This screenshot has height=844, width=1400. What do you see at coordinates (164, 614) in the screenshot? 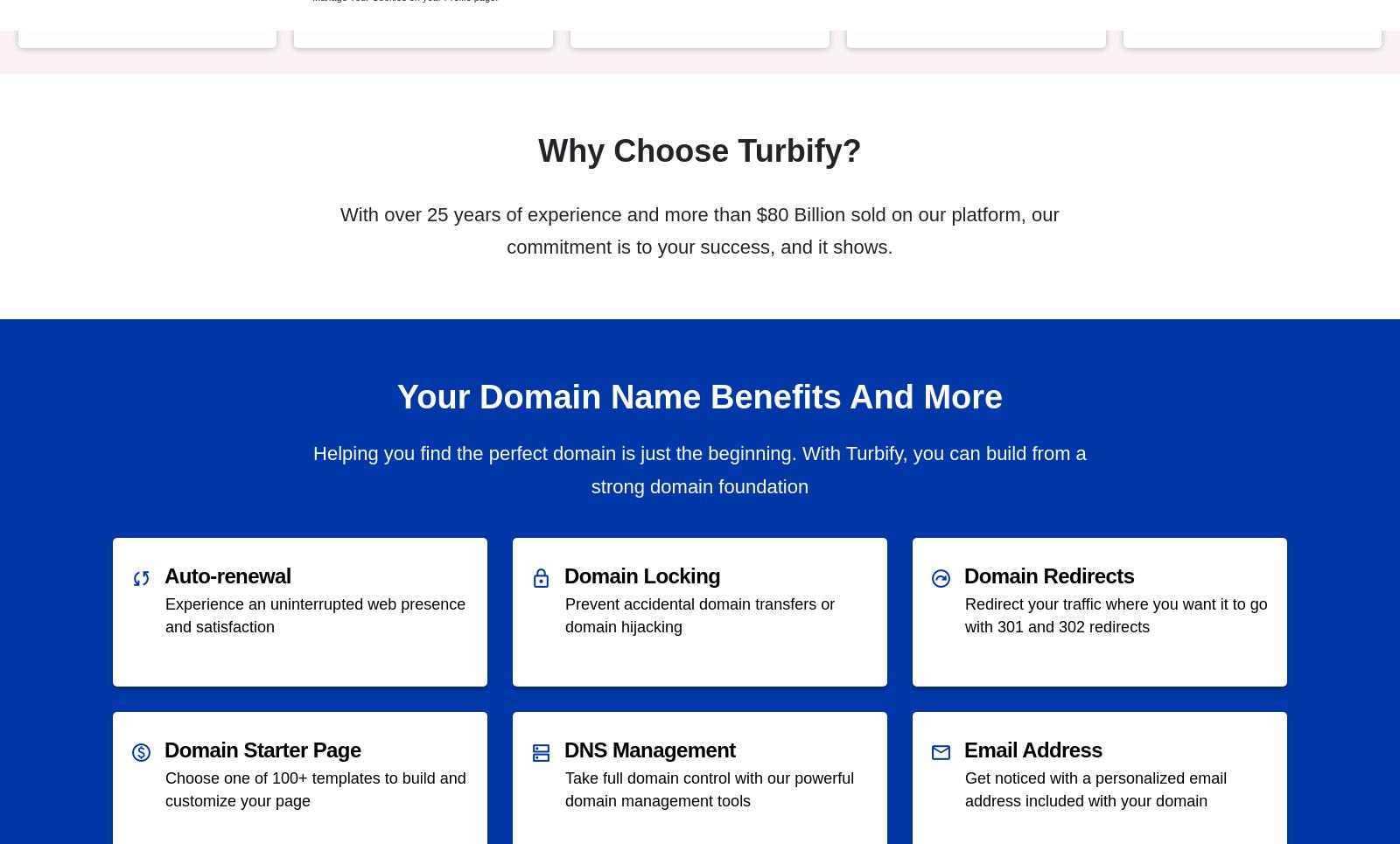
I see `'Experience an uninterrupted web presence and satisfaction'` at bounding box center [164, 614].